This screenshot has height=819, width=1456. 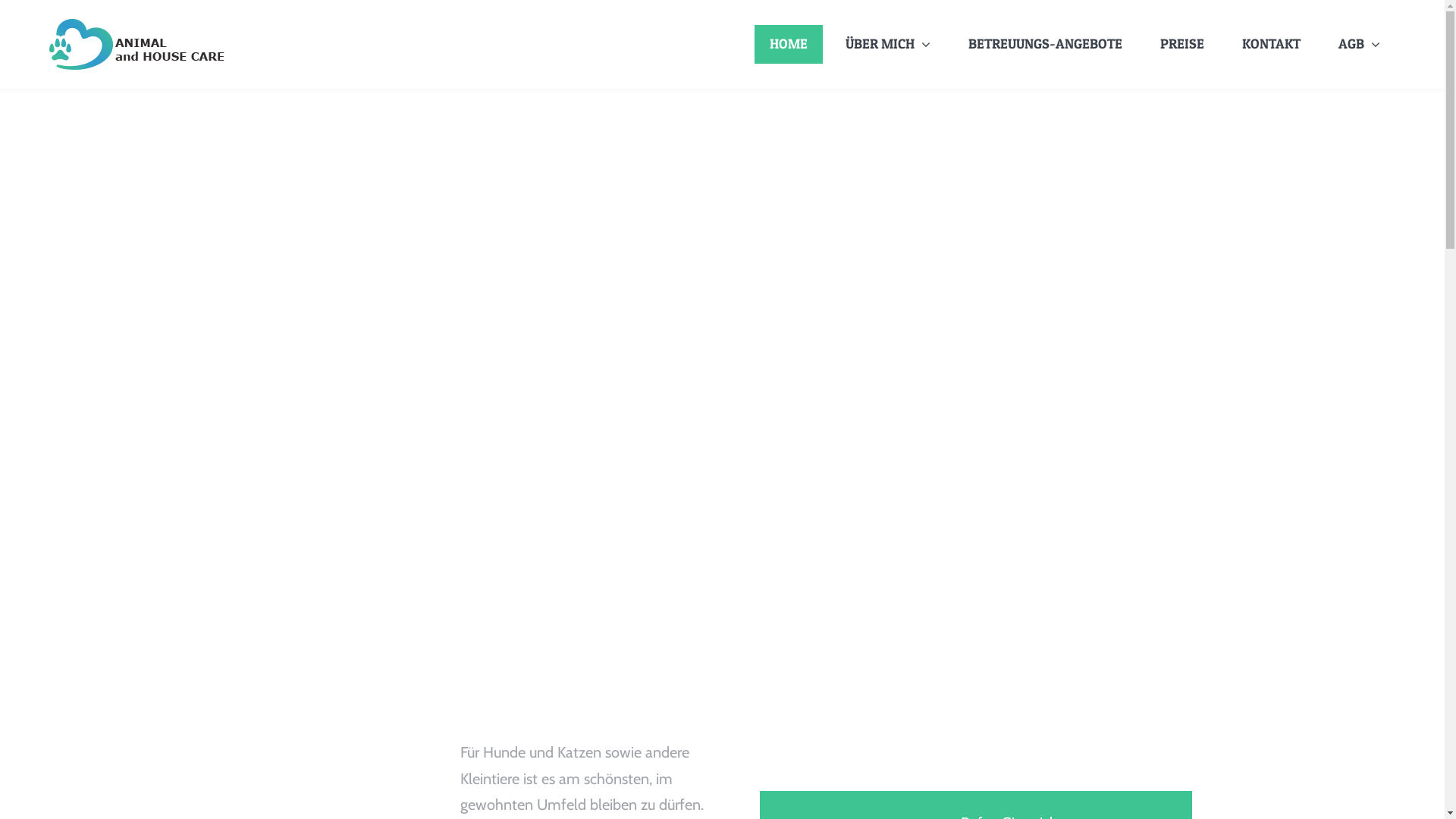 I want to click on 'BETREUUNGS-ANGEBOTE', so click(x=1044, y=43).